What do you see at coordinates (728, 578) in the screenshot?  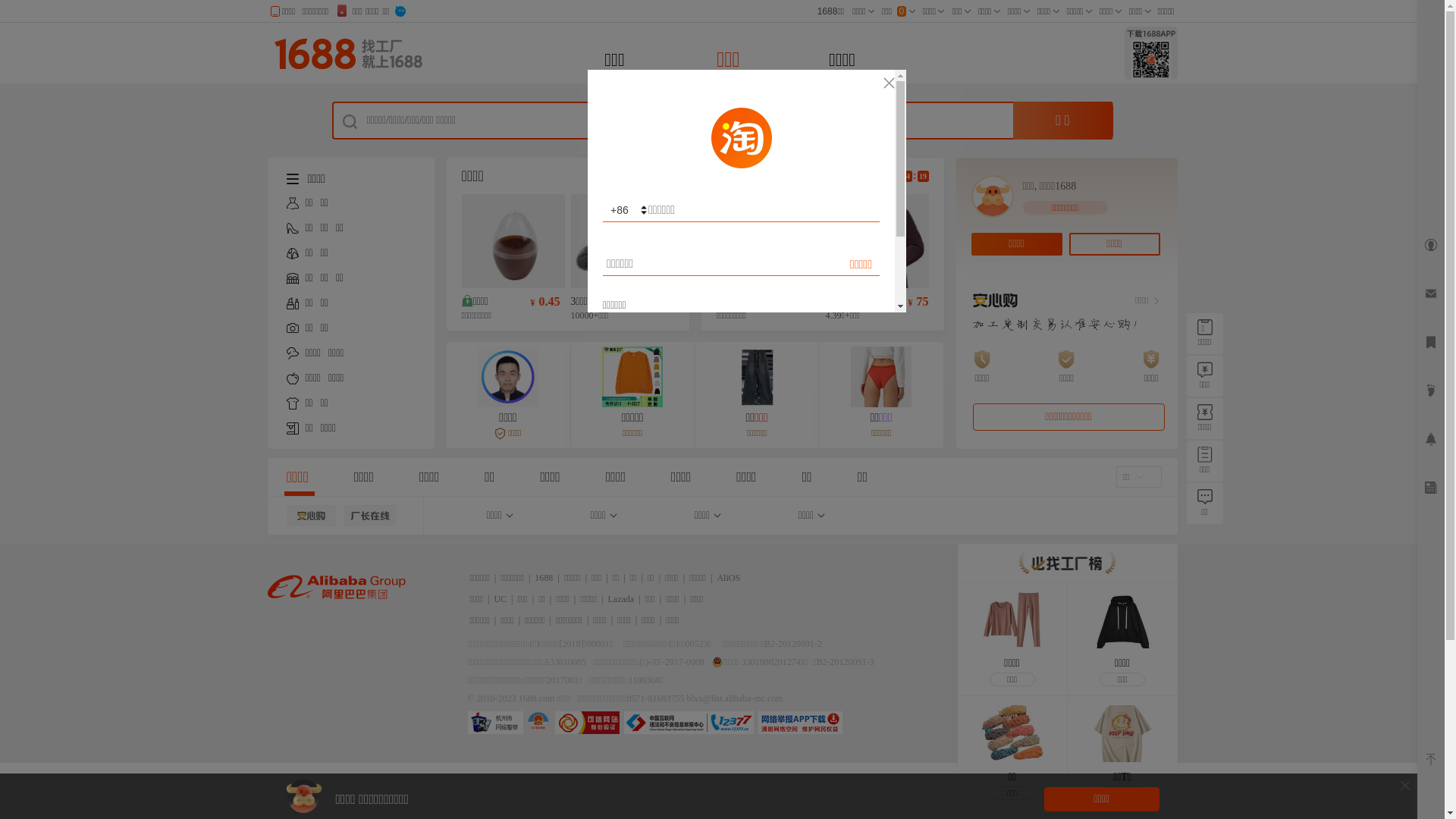 I see `'AliOS'` at bounding box center [728, 578].